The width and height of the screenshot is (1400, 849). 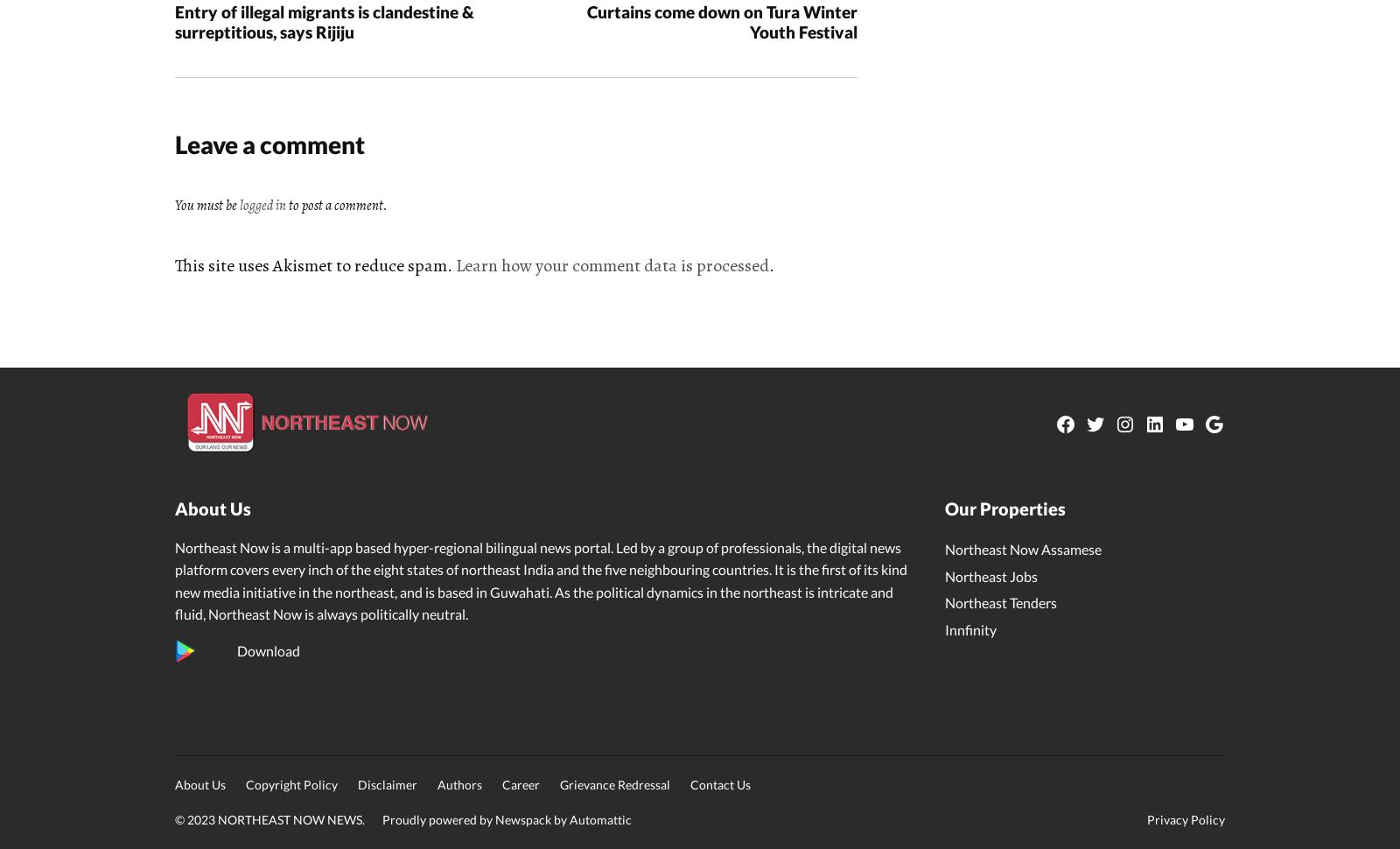 I want to click on 'Innfinity', so click(x=970, y=628).